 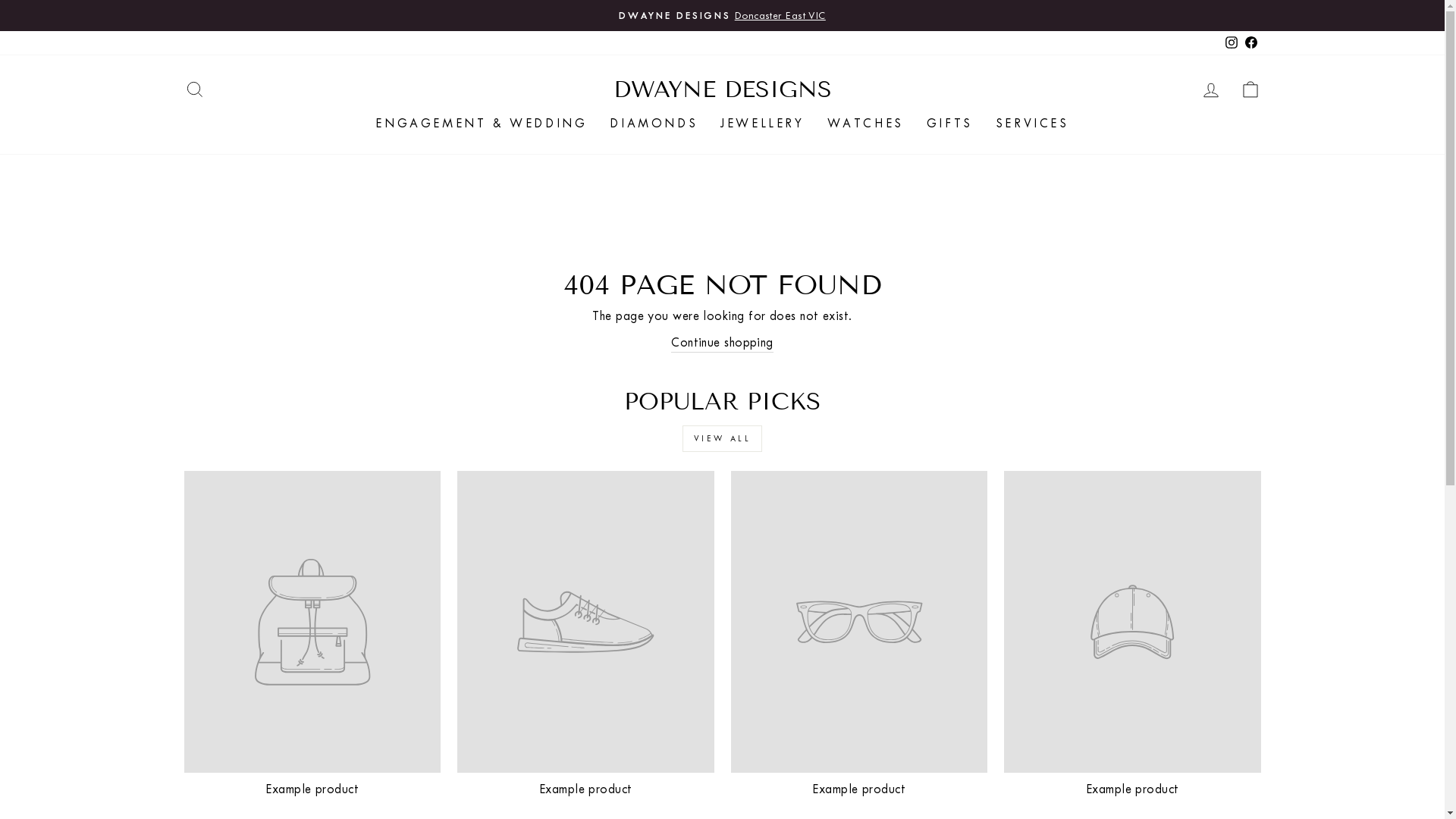 What do you see at coordinates (720, 89) in the screenshot?
I see `'DWAYNE DESIGNS'` at bounding box center [720, 89].